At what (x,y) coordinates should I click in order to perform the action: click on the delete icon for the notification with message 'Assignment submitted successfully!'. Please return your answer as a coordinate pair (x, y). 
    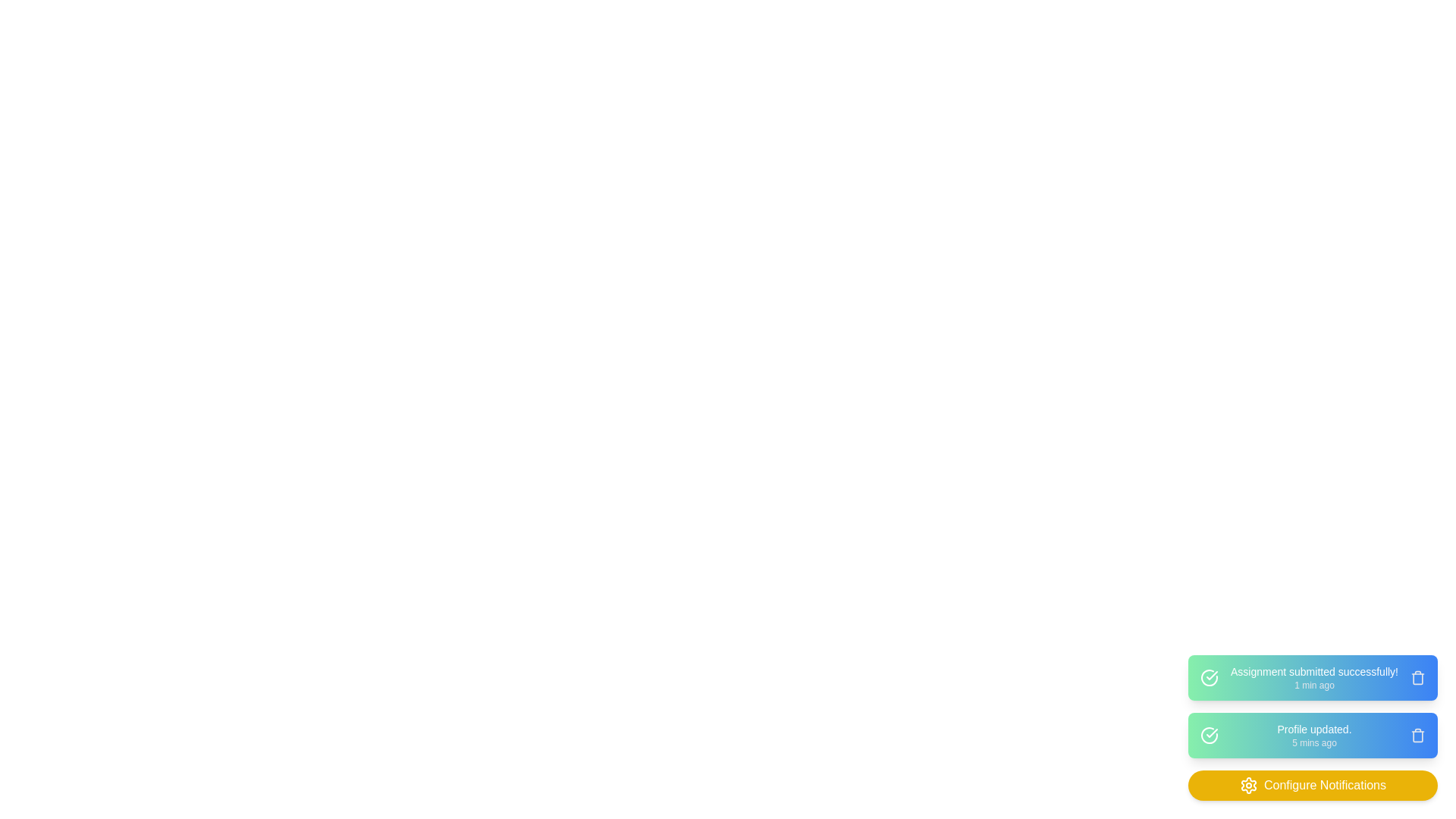
    Looking at the image, I should click on (1417, 677).